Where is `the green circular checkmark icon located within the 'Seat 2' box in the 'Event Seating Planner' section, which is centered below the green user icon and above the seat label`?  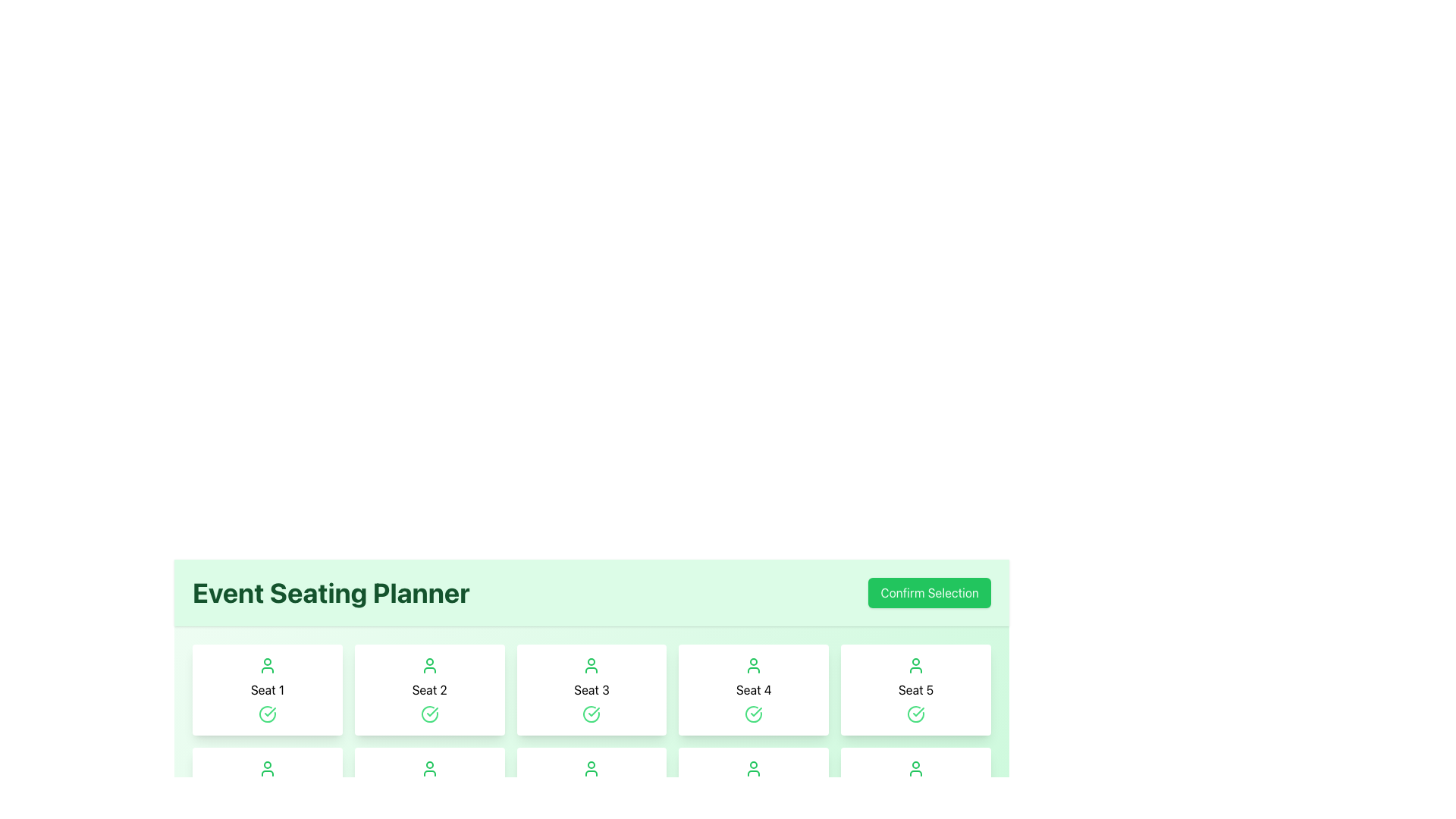
the green circular checkmark icon located within the 'Seat 2' box in the 'Event Seating Planner' section, which is centered below the green user icon and above the seat label is located at coordinates (428, 714).